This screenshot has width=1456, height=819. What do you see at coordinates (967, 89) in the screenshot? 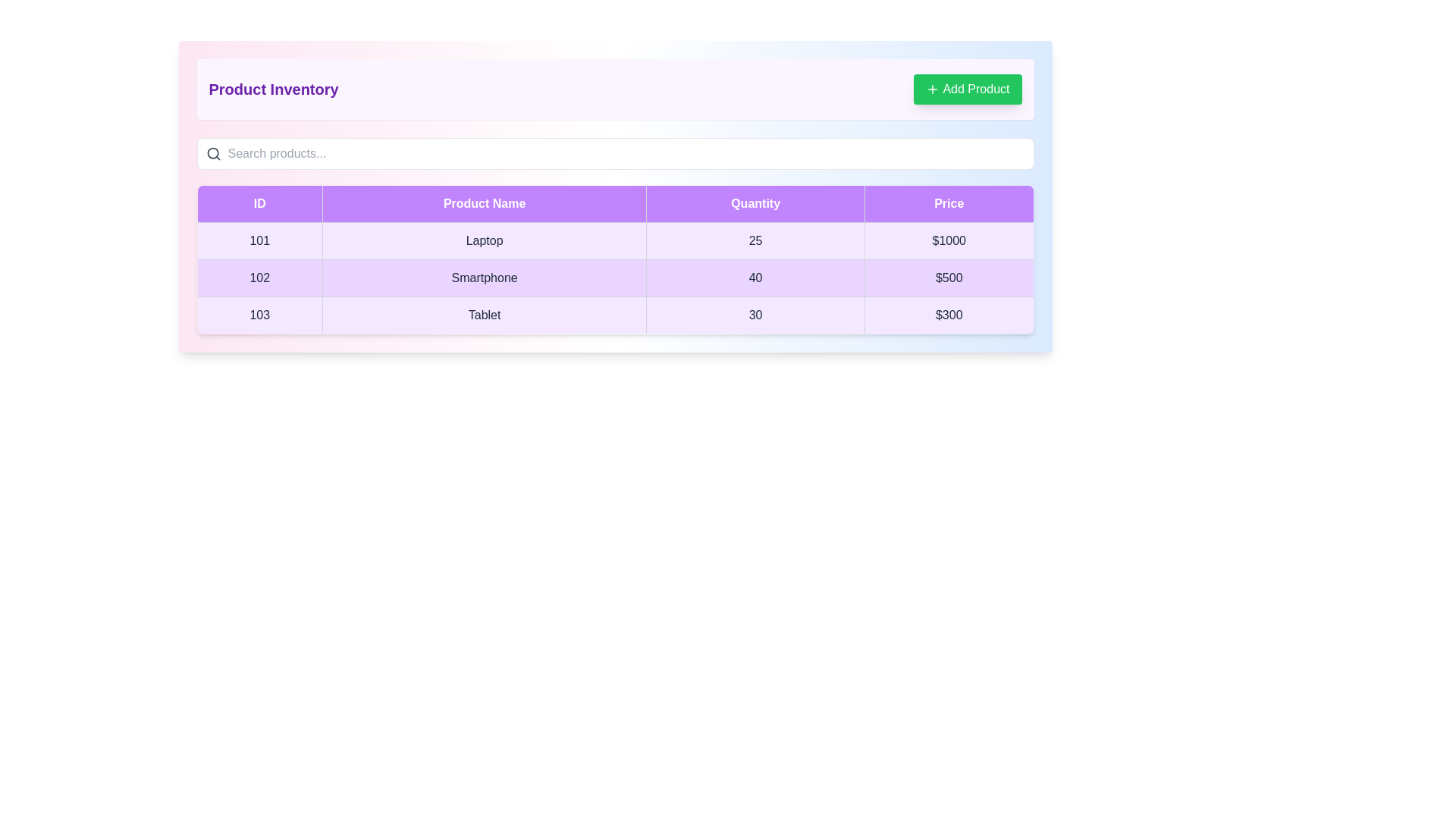
I see `the button that allows users to add new products to the inventory, located in the top-right corner adjacent to the 'Product Inventory' title` at bounding box center [967, 89].